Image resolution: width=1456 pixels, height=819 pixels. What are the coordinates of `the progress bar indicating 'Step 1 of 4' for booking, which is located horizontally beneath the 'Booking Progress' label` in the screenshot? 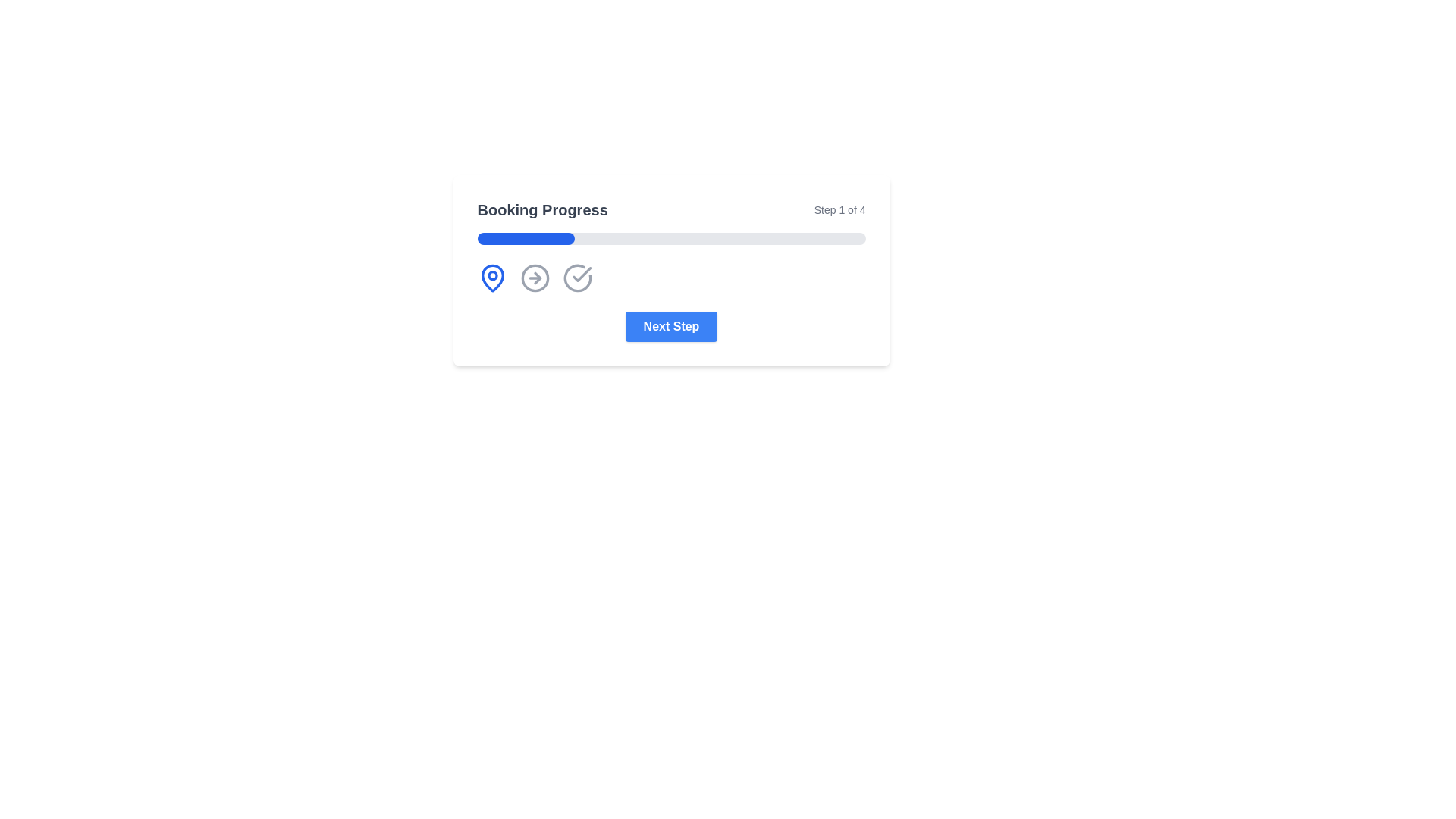 It's located at (670, 239).